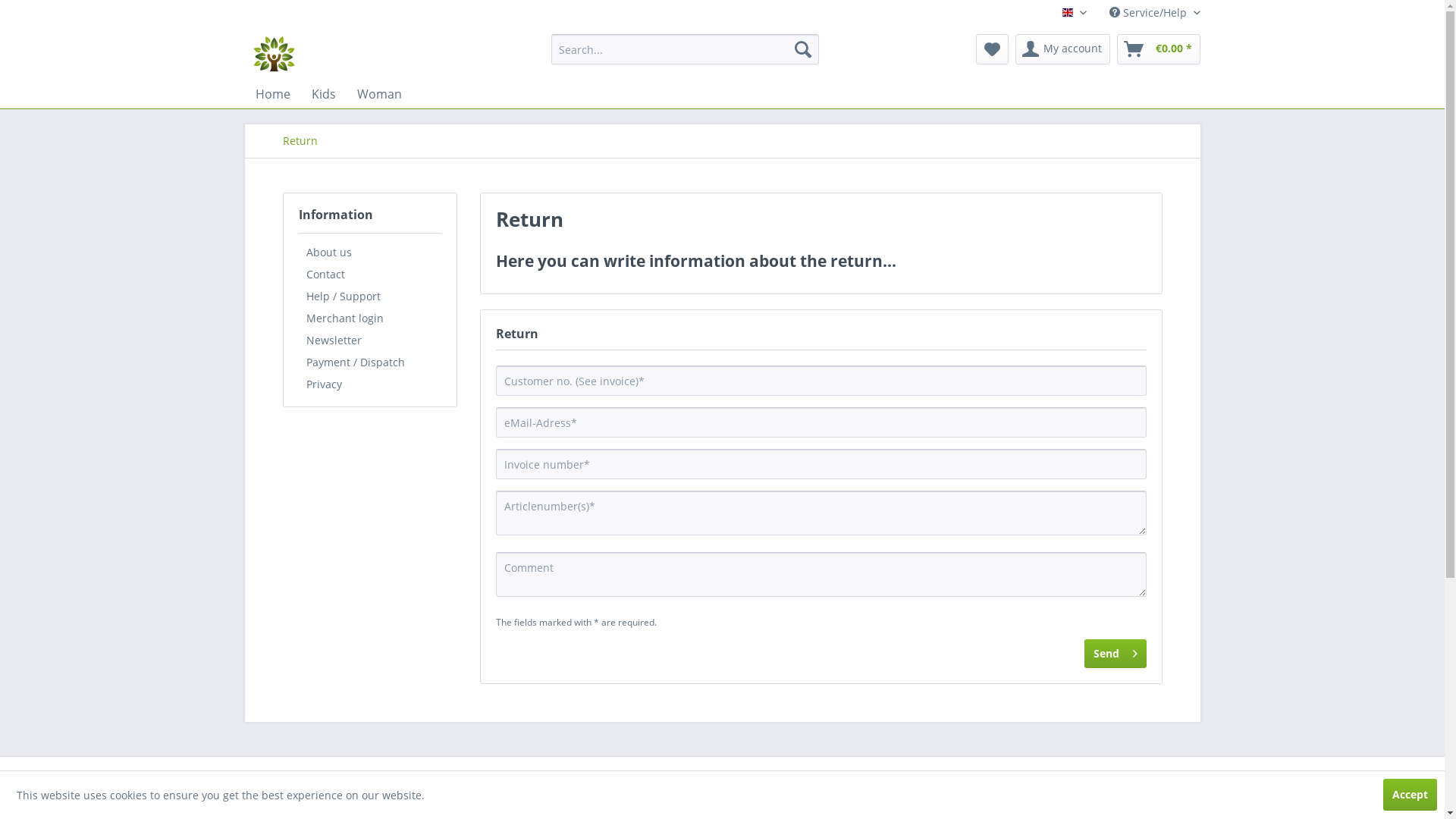 The width and height of the screenshot is (1456, 819). Describe the element at coordinates (272, 93) in the screenshot. I see `'Home'` at that location.